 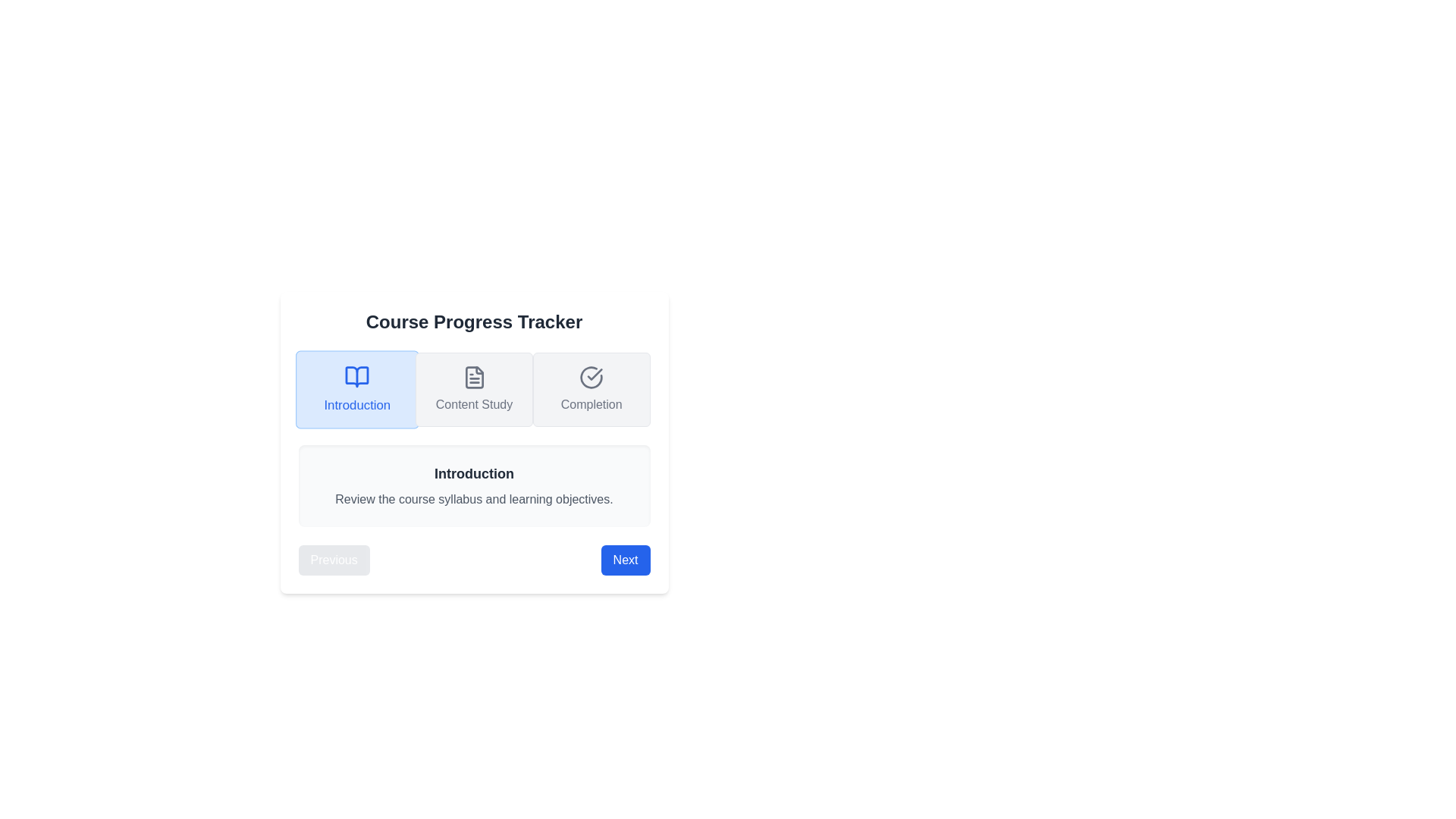 What do you see at coordinates (594, 374) in the screenshot?
I see `the checkmark icon in the 'Completion' tab, which serves as a visual confirmation or success indicator, positioned slightly above its center within the circular graphic` at bounding box center [594, 374].